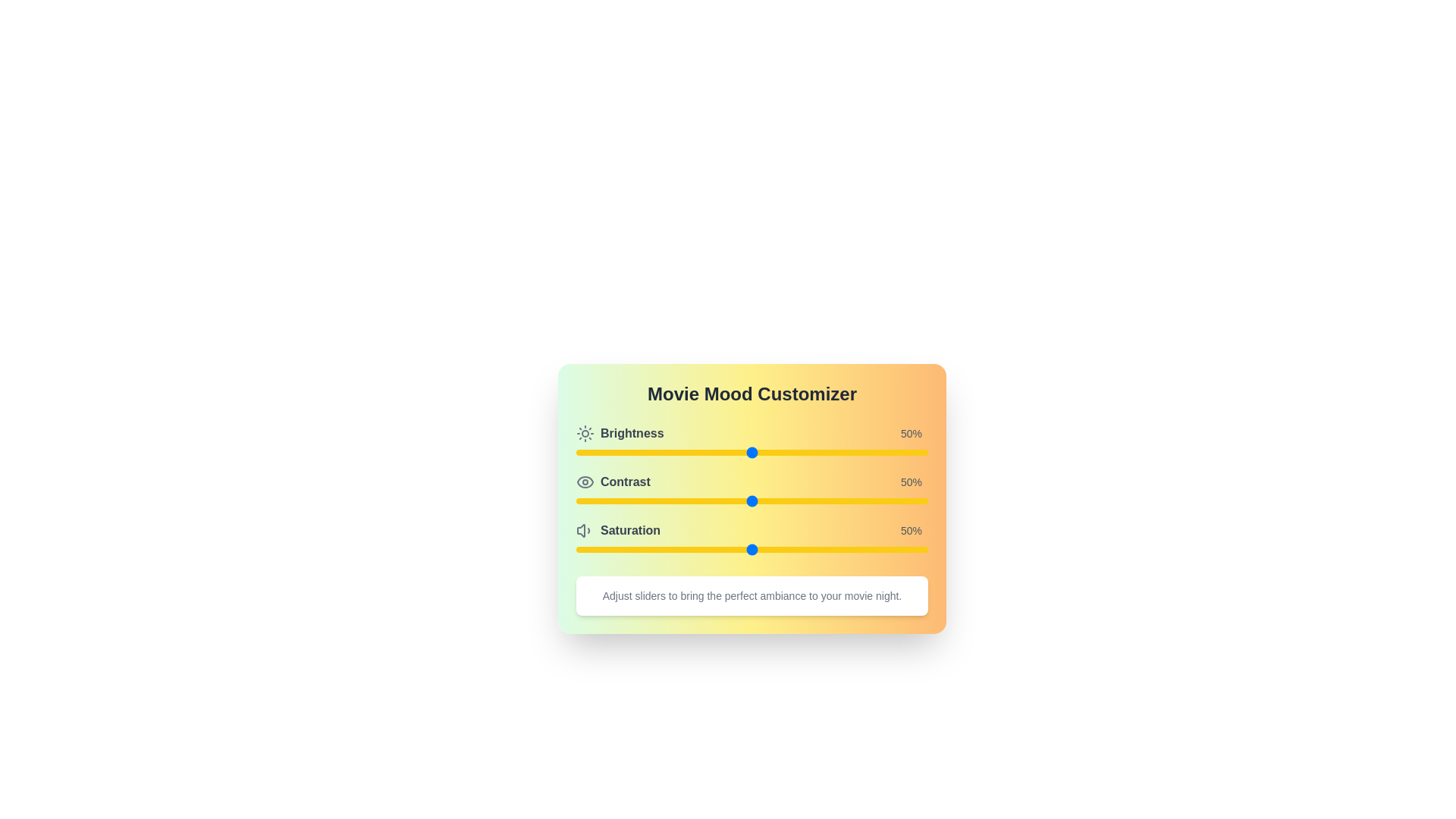  I want to click on the slider, so click(773, 550).